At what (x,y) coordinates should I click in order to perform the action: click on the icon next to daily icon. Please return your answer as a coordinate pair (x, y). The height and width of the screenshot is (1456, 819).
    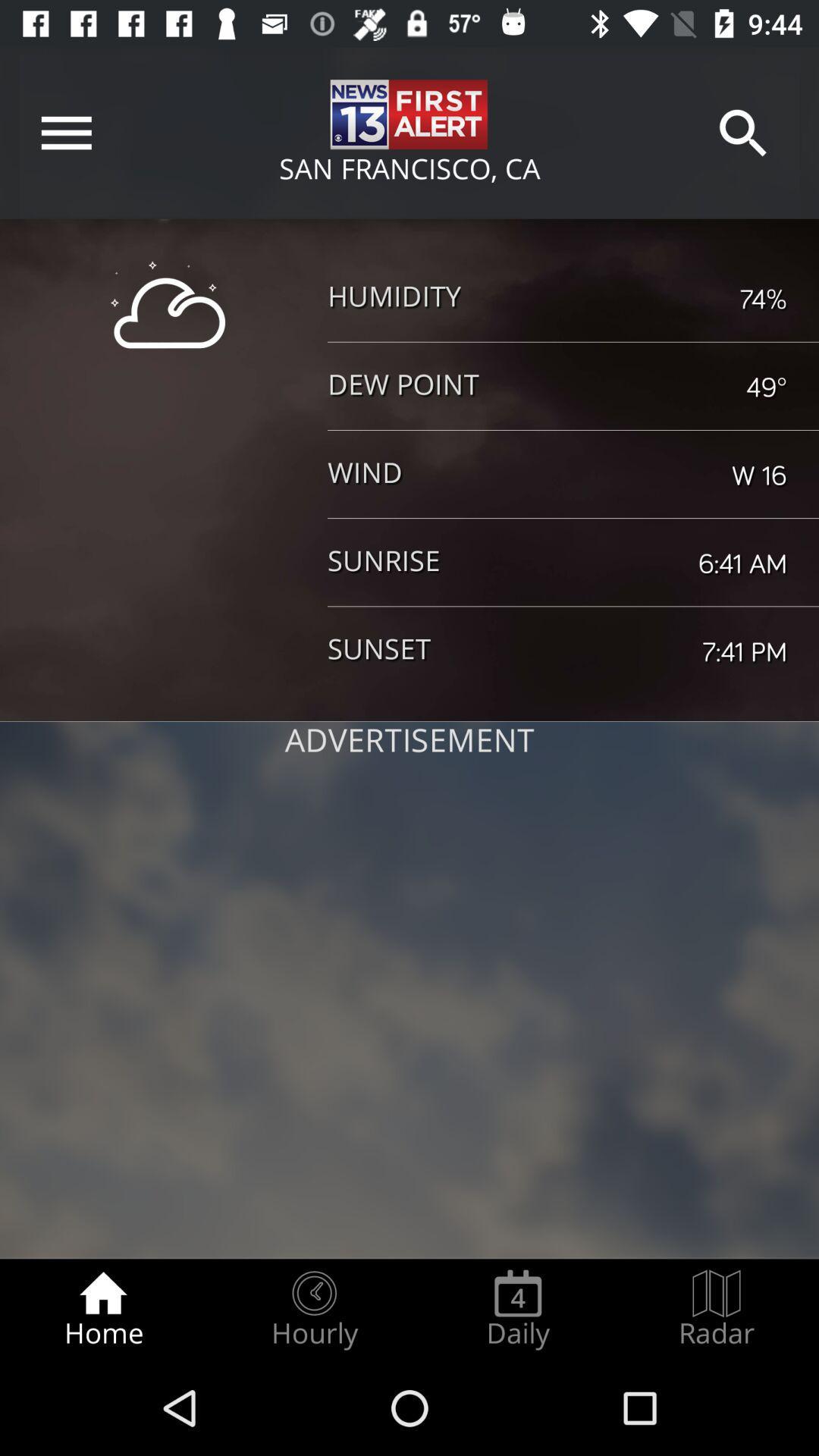
    Looking at the image, I should click on (717, 1309).